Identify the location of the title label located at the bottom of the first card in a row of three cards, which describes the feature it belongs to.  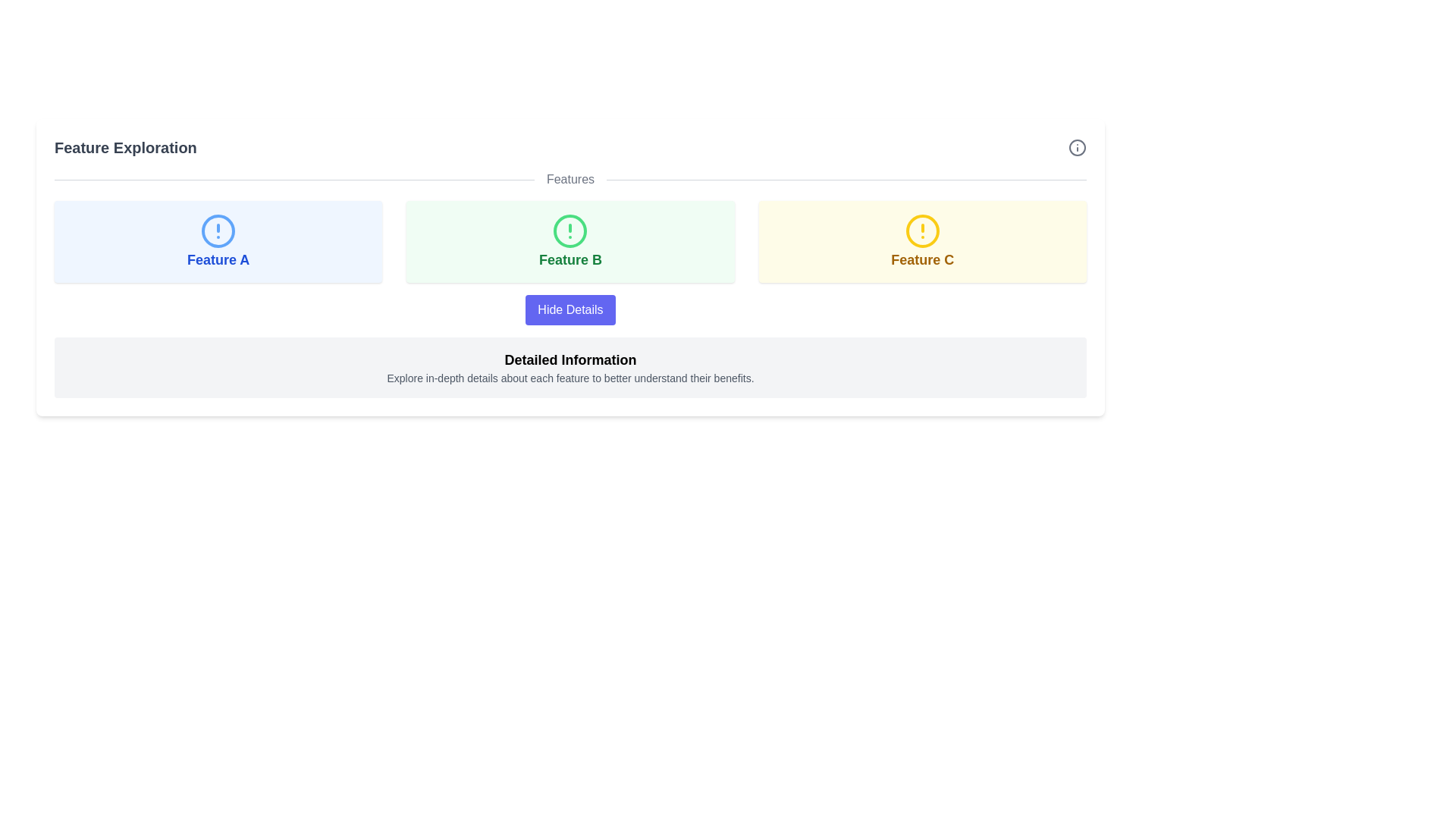
(218, 259).